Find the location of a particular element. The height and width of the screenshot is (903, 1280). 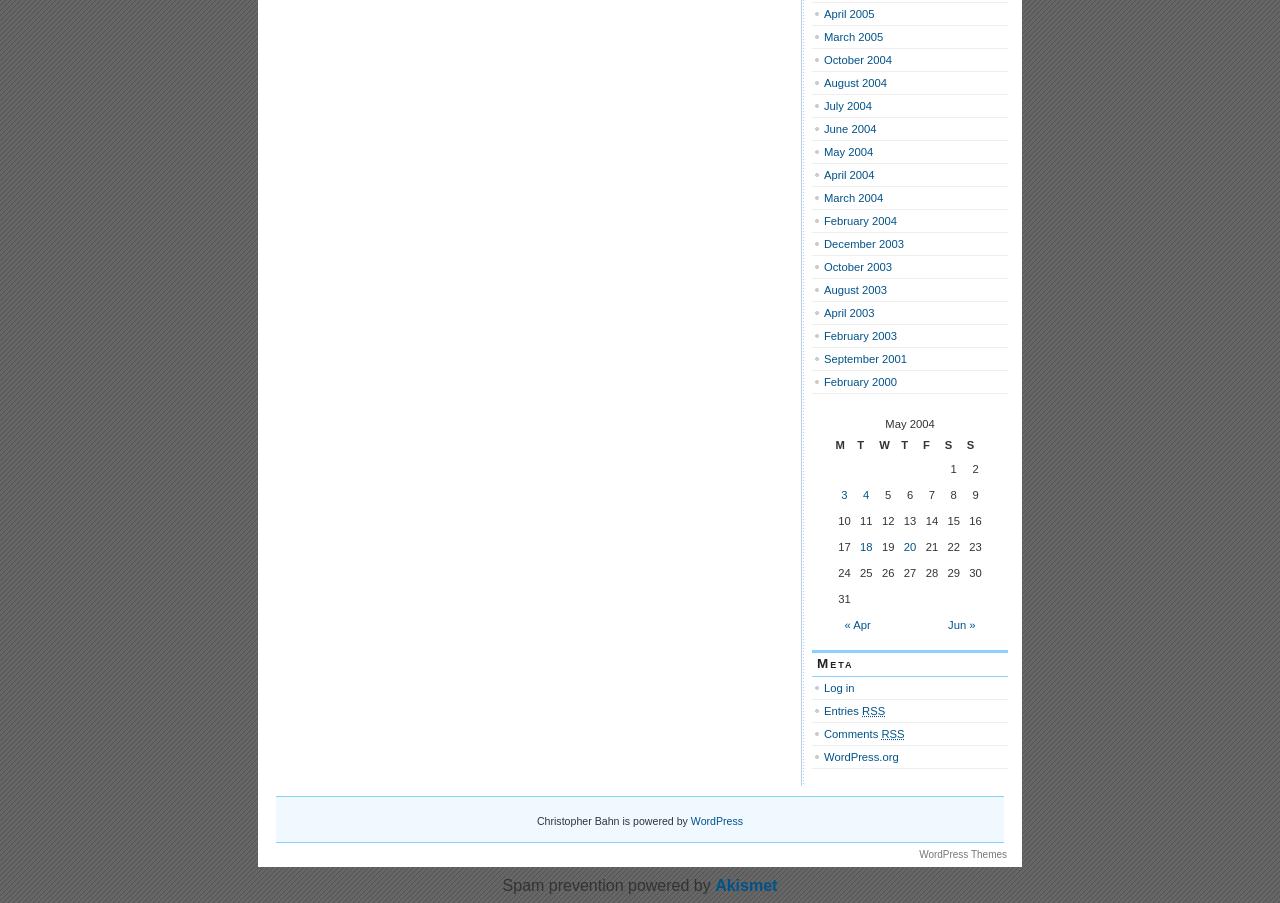

'4' is located at coordinates (862, 495).